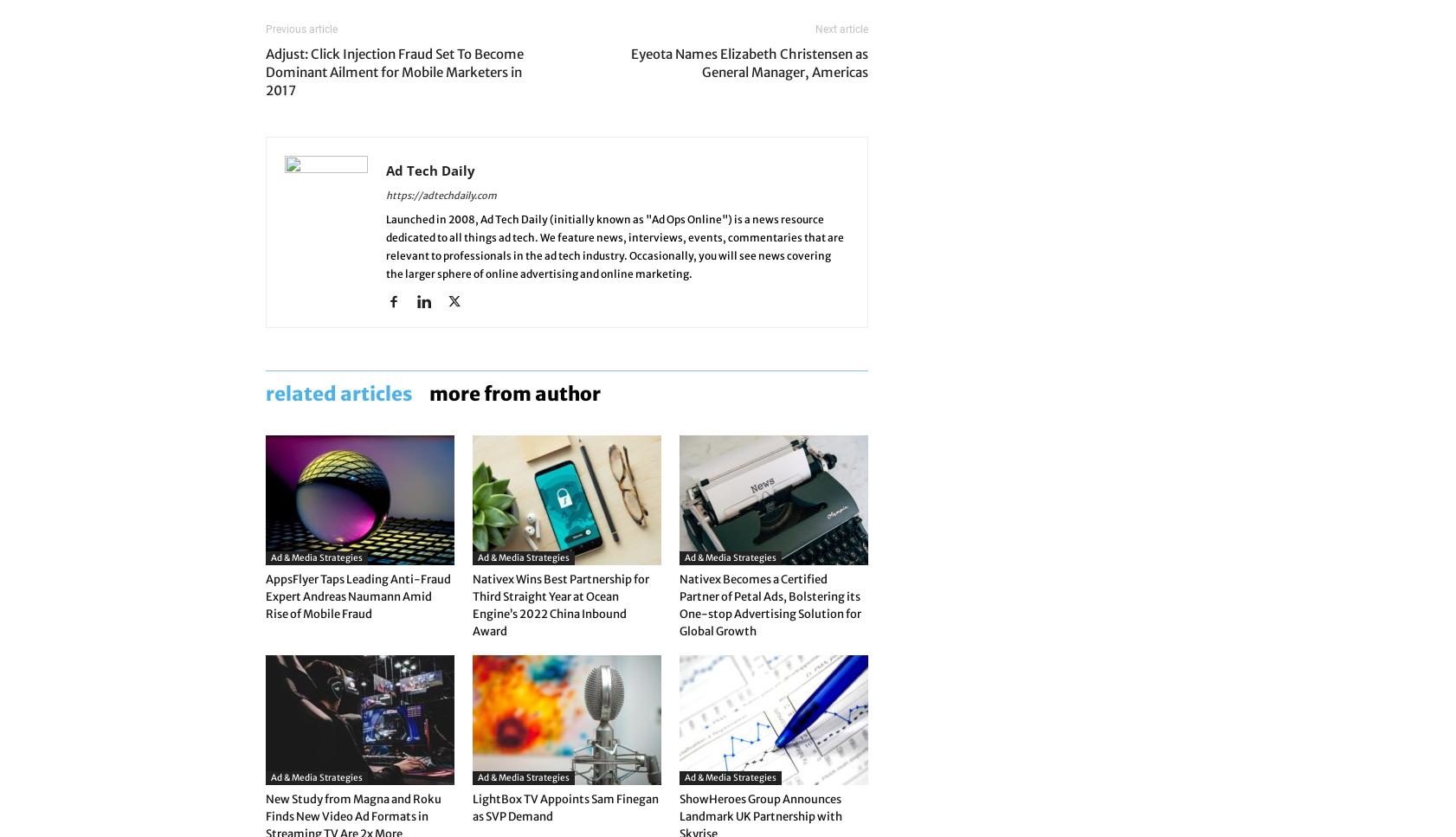 The image size is (1456, 837). I want to click on 'Eyeota Names Elizabeth Christensen as General Manager, Americas', so click(630, 61).